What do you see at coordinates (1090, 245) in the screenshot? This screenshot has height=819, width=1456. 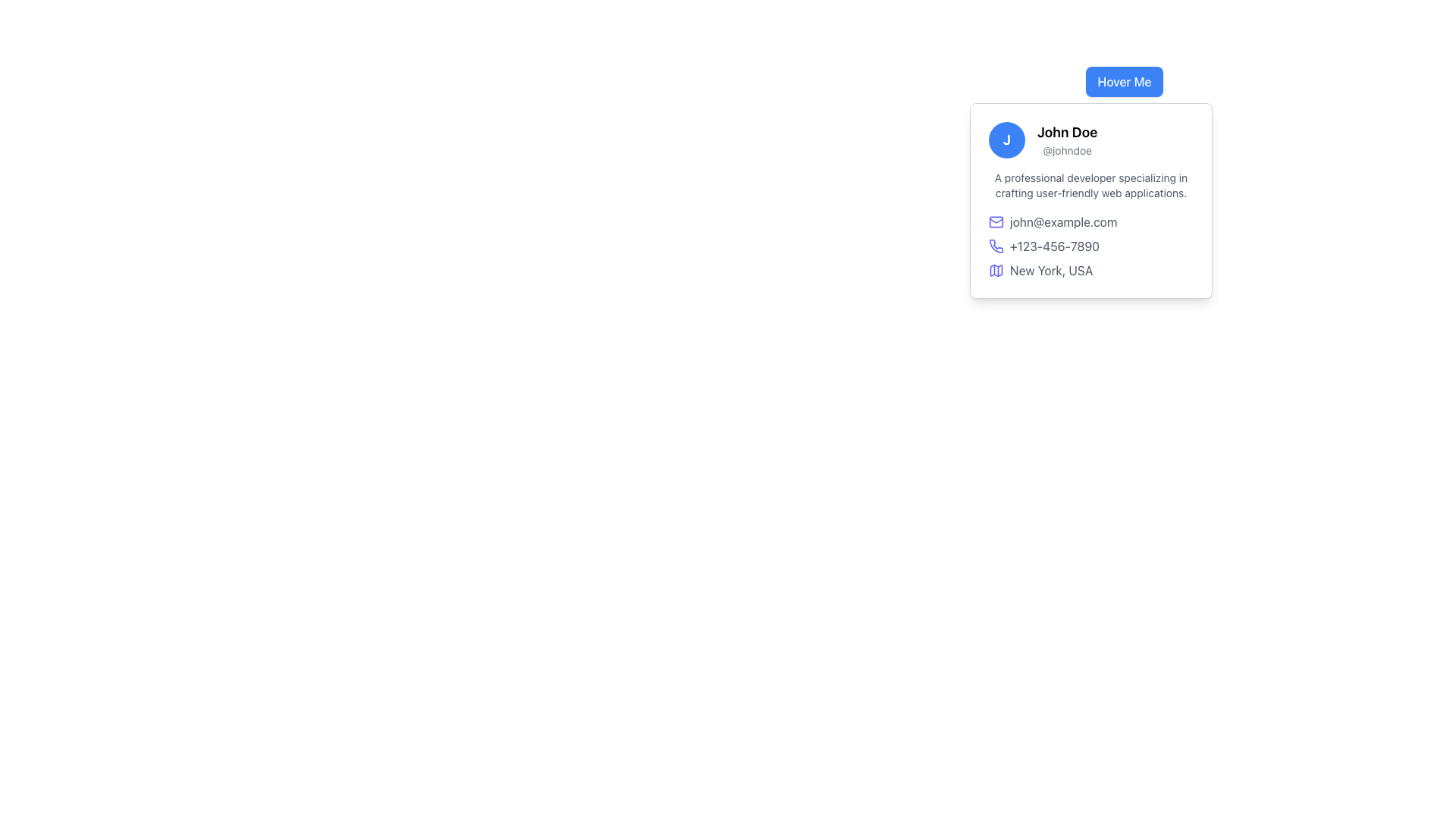 I see `the phone number element styled with gray text and accompanied by an indigo phone icon to initiate a phone call` at bounding box center [1090, 245].